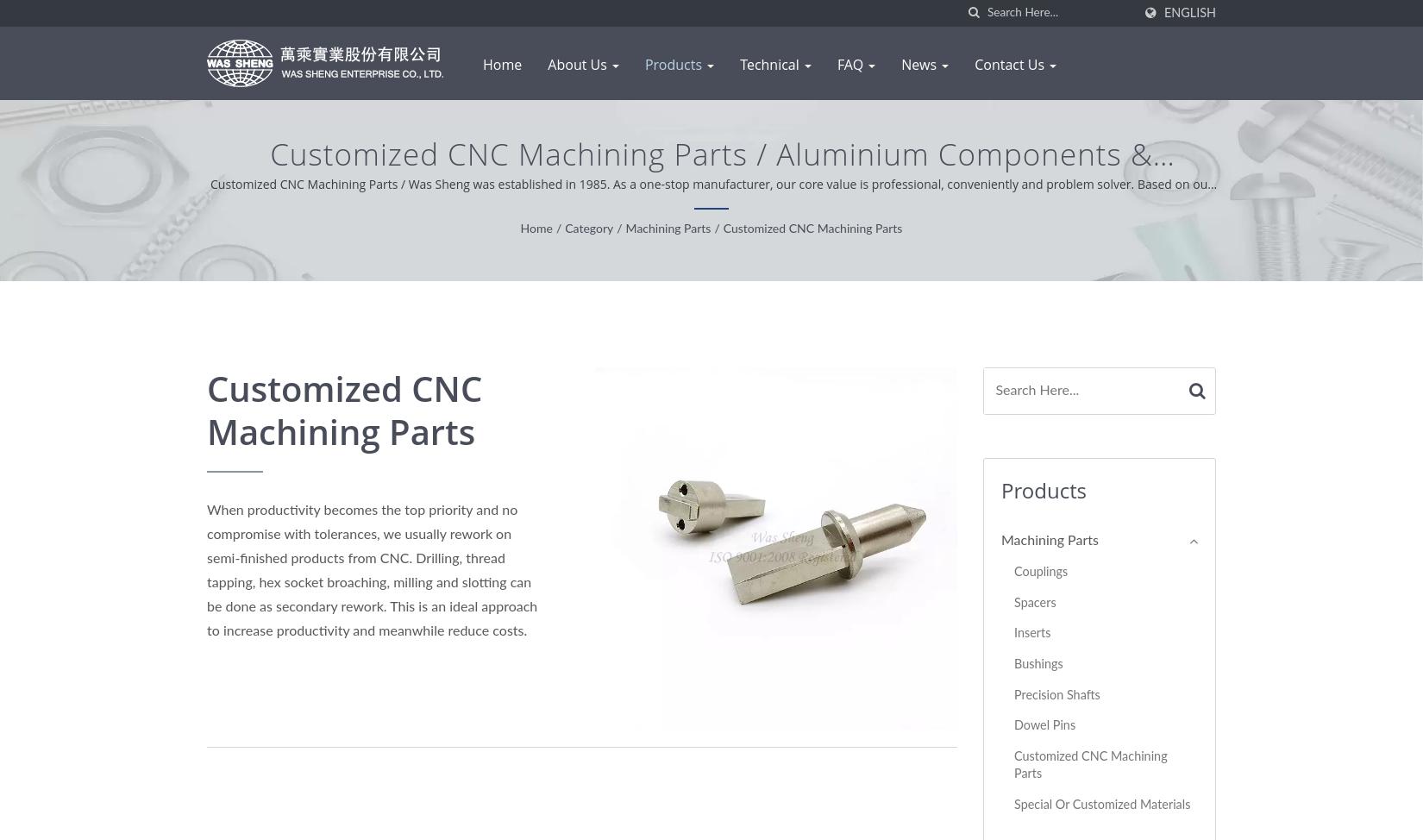 This screenshot has width=1423, height=840. I want to click on 'Dowel Pins', so click(1044, 725).